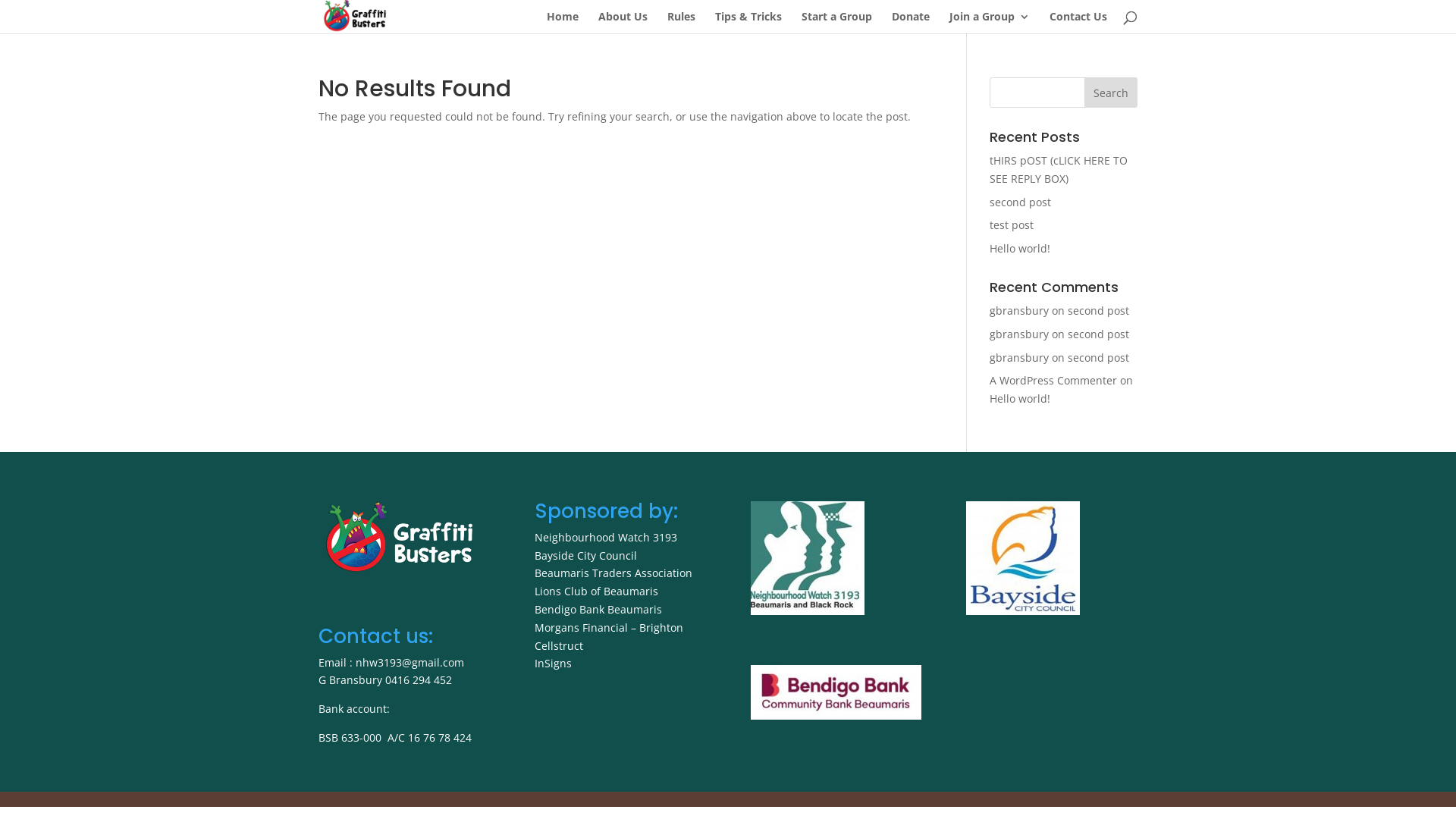 Image resolution: width=1456 pixels, height=819 pixels. I want to click on 'Start a Group', so click(836, 22).